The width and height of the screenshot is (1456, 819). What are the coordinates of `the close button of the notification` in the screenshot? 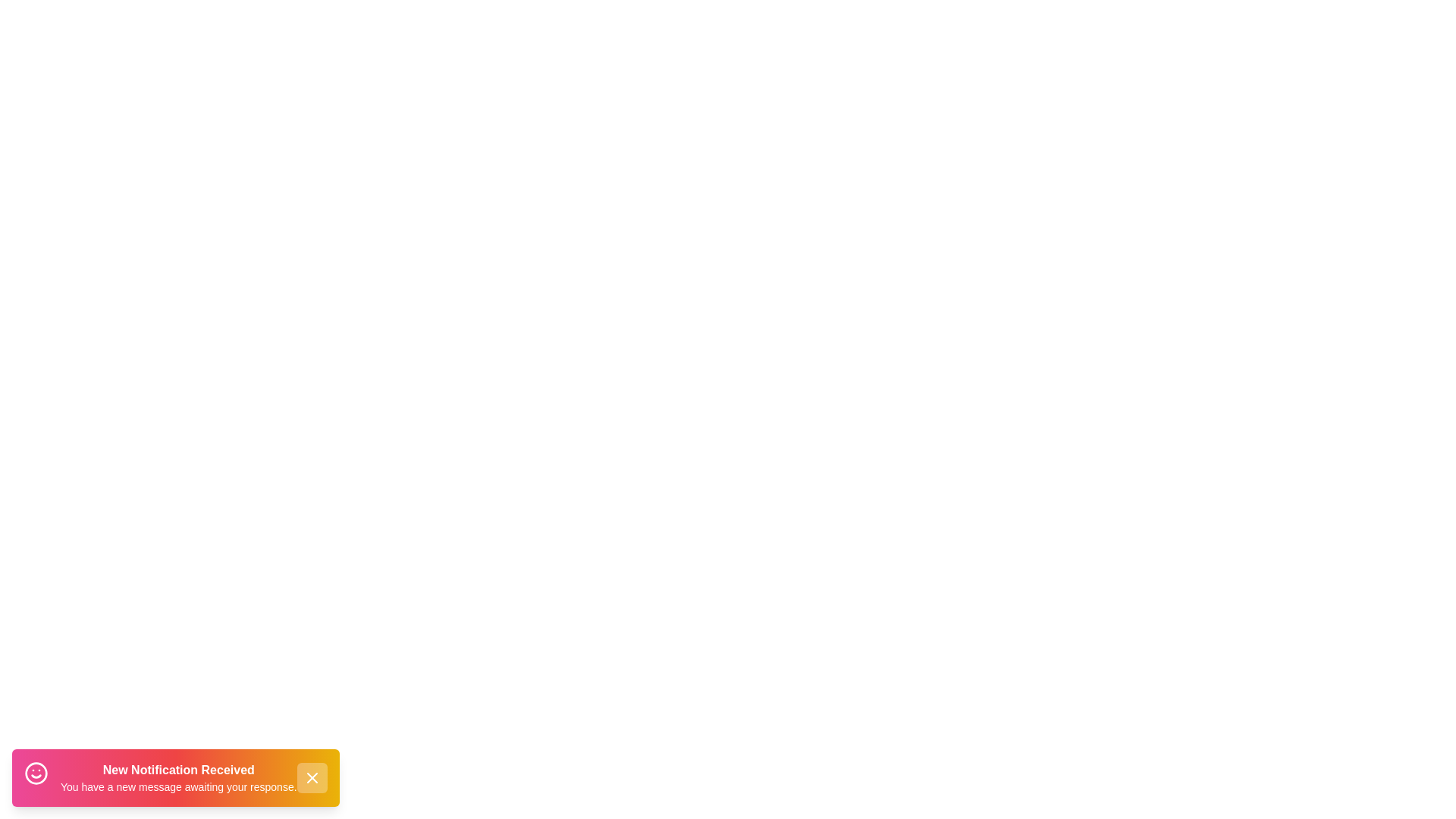 It's located at (311, 778).